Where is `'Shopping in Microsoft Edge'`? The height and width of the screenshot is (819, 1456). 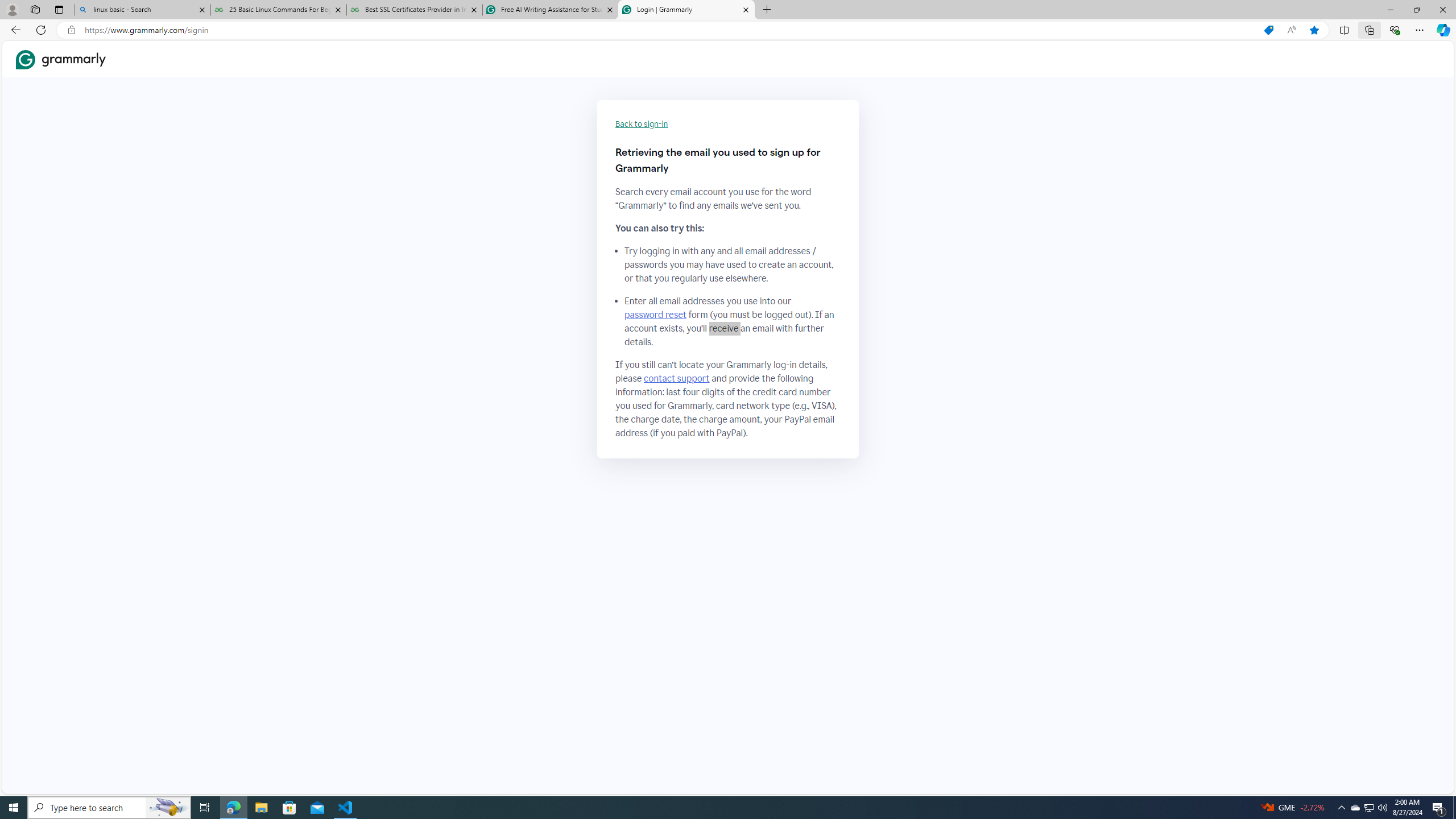
'Shopping in Microsoft Edge' is located at coordinates (1268, 30).